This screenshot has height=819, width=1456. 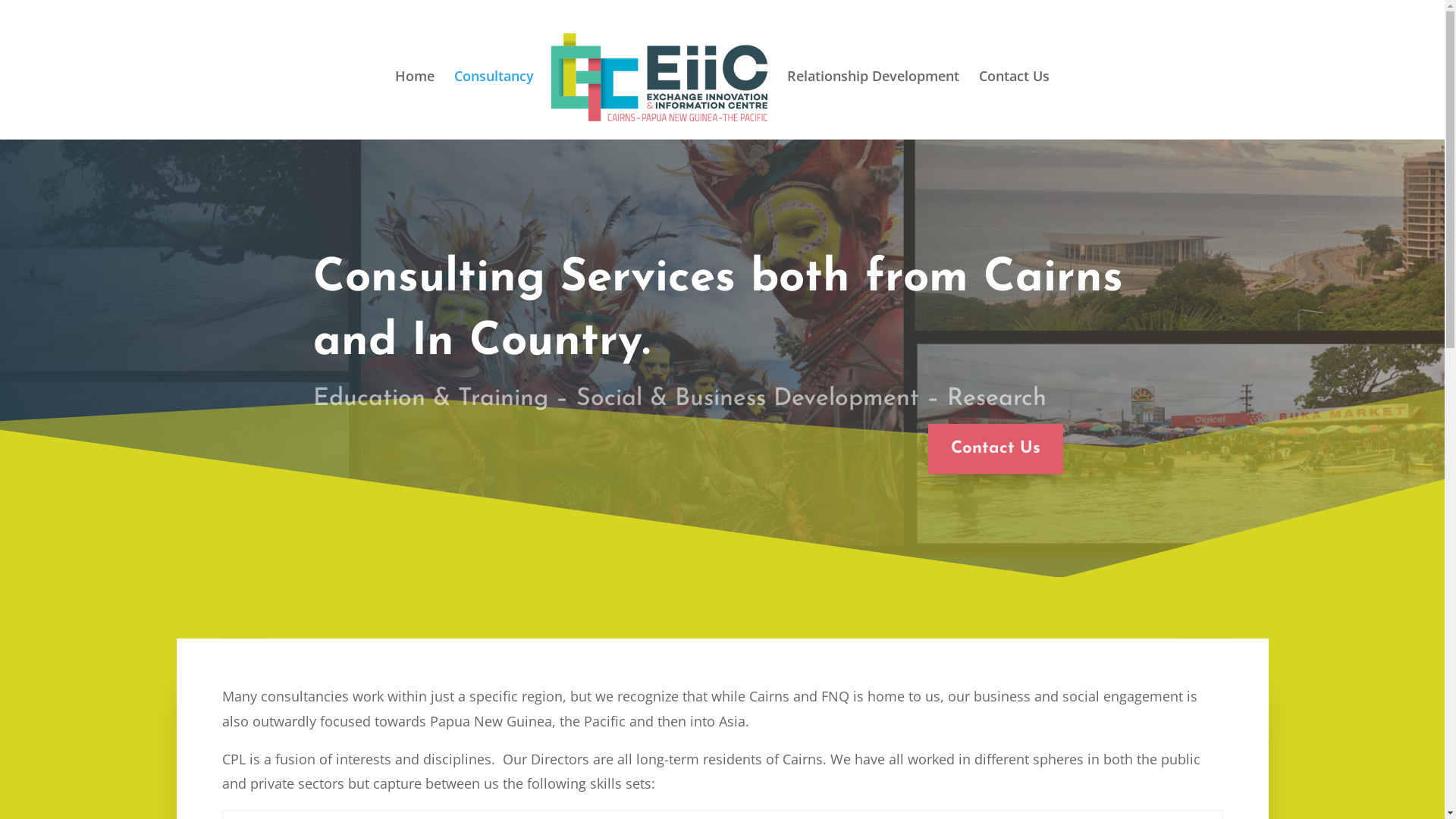 I want to click on 'Contact Us', so click(x=996, y=448).